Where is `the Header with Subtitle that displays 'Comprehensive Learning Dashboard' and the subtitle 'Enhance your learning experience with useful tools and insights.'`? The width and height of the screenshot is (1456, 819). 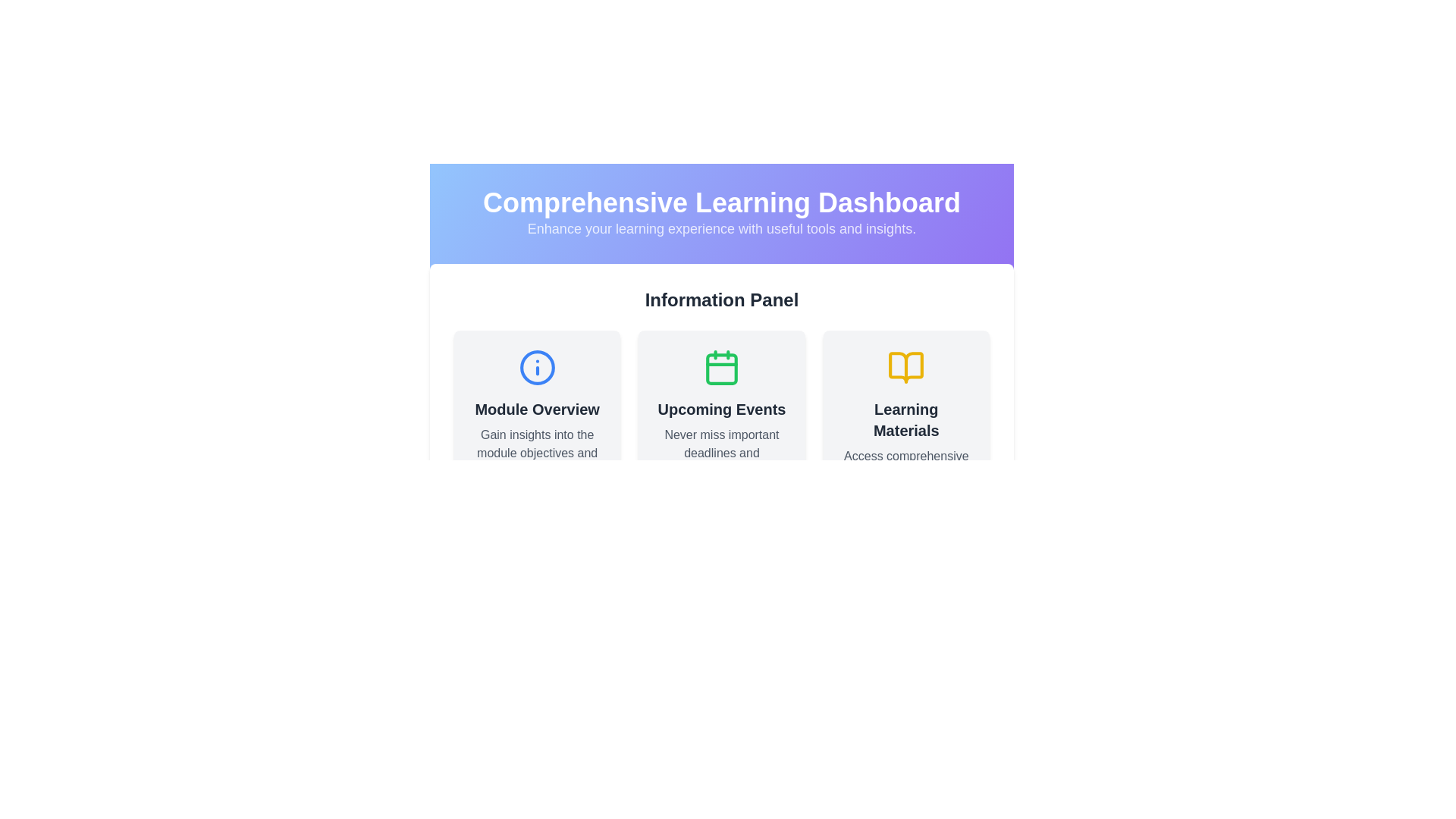
the Header with Subtitle that displays 'Comprehensive Learning Dashboard' and the subtitle 'Enhance your learning experience with useful tools and insights.' is located at coordinates (720, 213).